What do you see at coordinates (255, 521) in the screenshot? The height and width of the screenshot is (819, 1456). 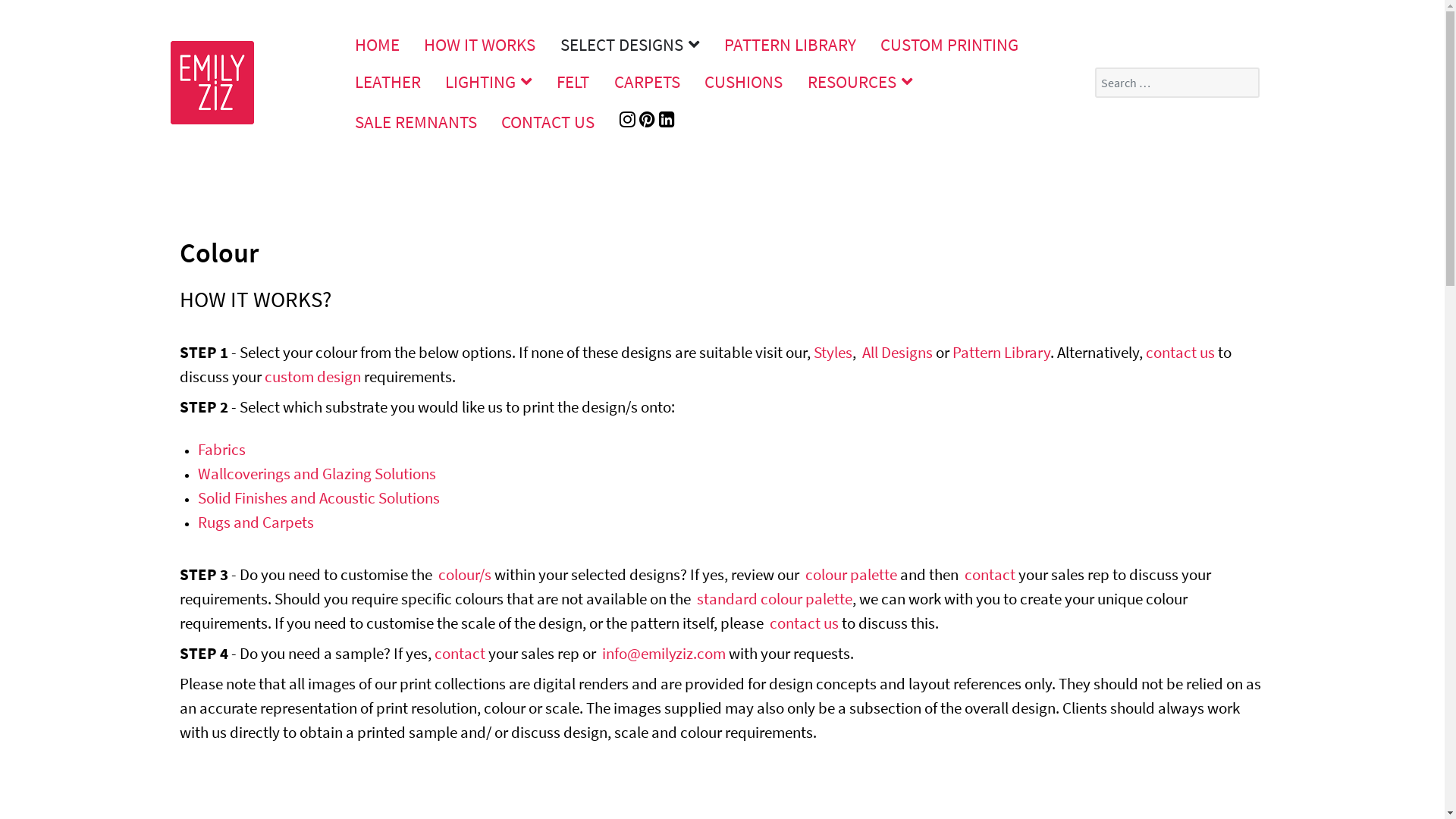 I see `'Rugs and Carpets'` at bounding box center [255, 521].